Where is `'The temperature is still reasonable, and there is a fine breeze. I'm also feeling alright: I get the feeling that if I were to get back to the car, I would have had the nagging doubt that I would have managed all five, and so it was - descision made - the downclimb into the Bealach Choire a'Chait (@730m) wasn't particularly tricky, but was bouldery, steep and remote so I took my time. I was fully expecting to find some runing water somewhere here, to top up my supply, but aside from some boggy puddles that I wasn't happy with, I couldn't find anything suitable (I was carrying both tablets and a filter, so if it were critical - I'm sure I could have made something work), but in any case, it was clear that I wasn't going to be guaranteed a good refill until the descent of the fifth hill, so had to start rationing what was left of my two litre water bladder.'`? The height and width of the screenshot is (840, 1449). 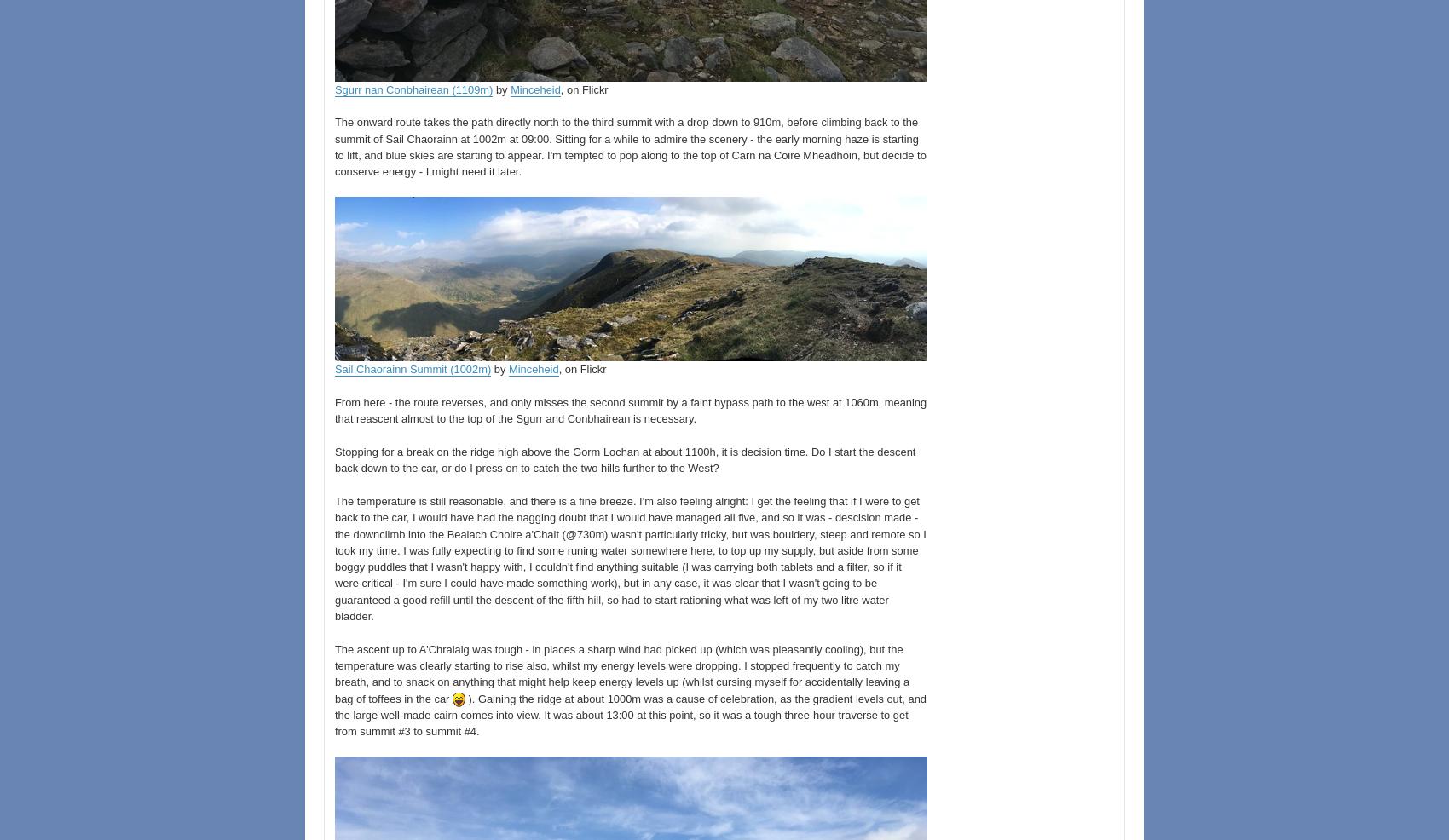
'The temperature is still reasonable, and there is a fine breeze. I'm also feeling alright: I get the feeling that if I were to get back to the car, I would have had the nagging doubt that I would have managed all five, and so it was - descision made - the downclimb into the Bealach Choire a'Chait (@730m) wasn't particularly tricky, but was bouldery, steep and remote so I took my time. I was fully expecting to find some runing water somewhere here, to top up my supply, but aside from some boggy puddles that I wasn't happy with, I couldn't find anything suitable (I was carrying both tablets and a filter, so if it were critical - I'm sure I could have made something work), but in any case, it was clear that I wasn't going to be guaranteed a good refill until the descent of the fifth hill, so had to start rationing what was left of my two litre water bladder.' is located at coordinates (630, 558).